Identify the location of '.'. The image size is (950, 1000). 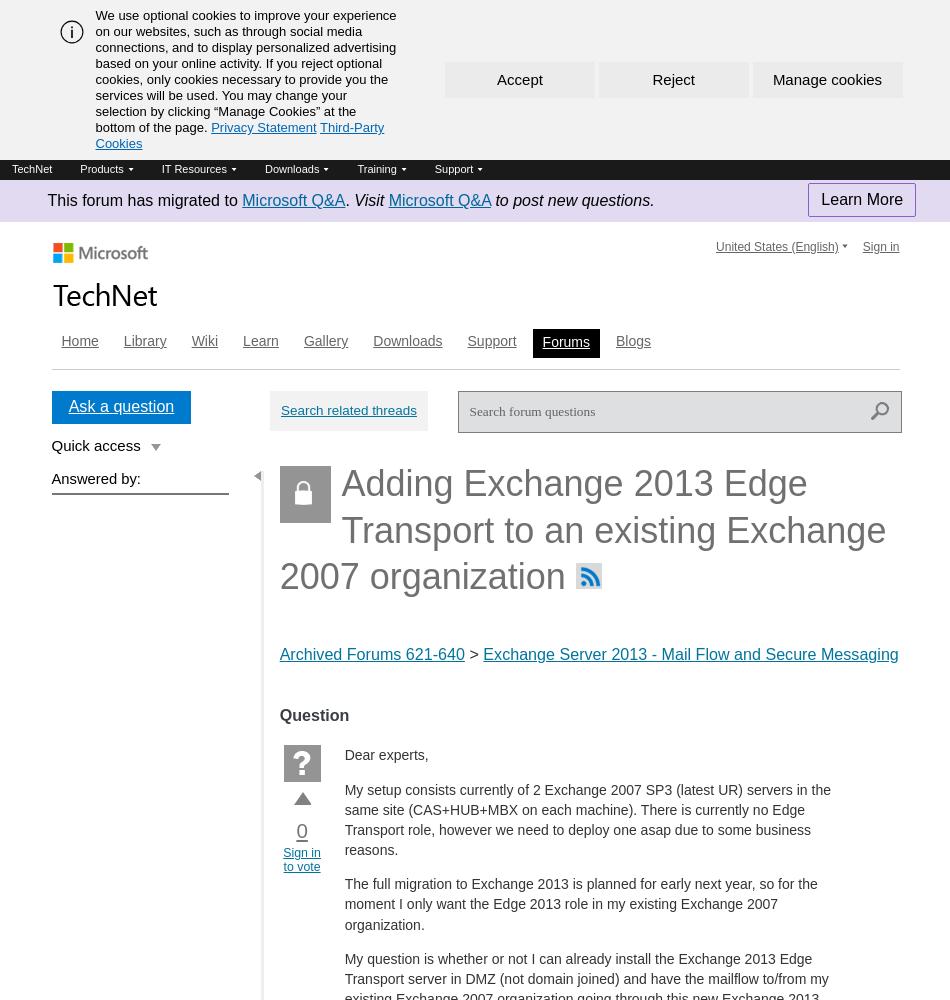
(344, 199).